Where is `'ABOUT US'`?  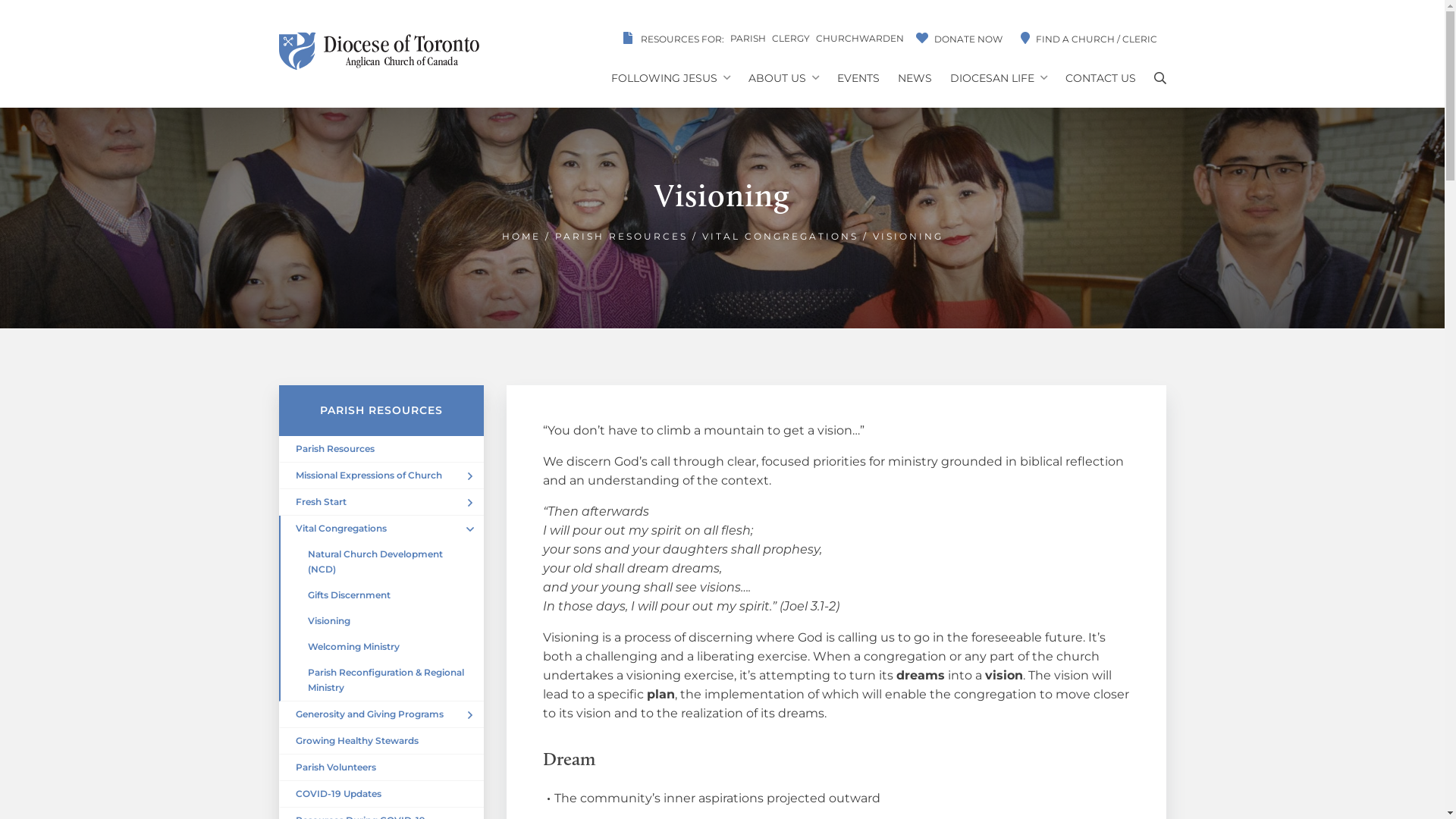
'ABOUT US' is located at coordinates (783, 78).